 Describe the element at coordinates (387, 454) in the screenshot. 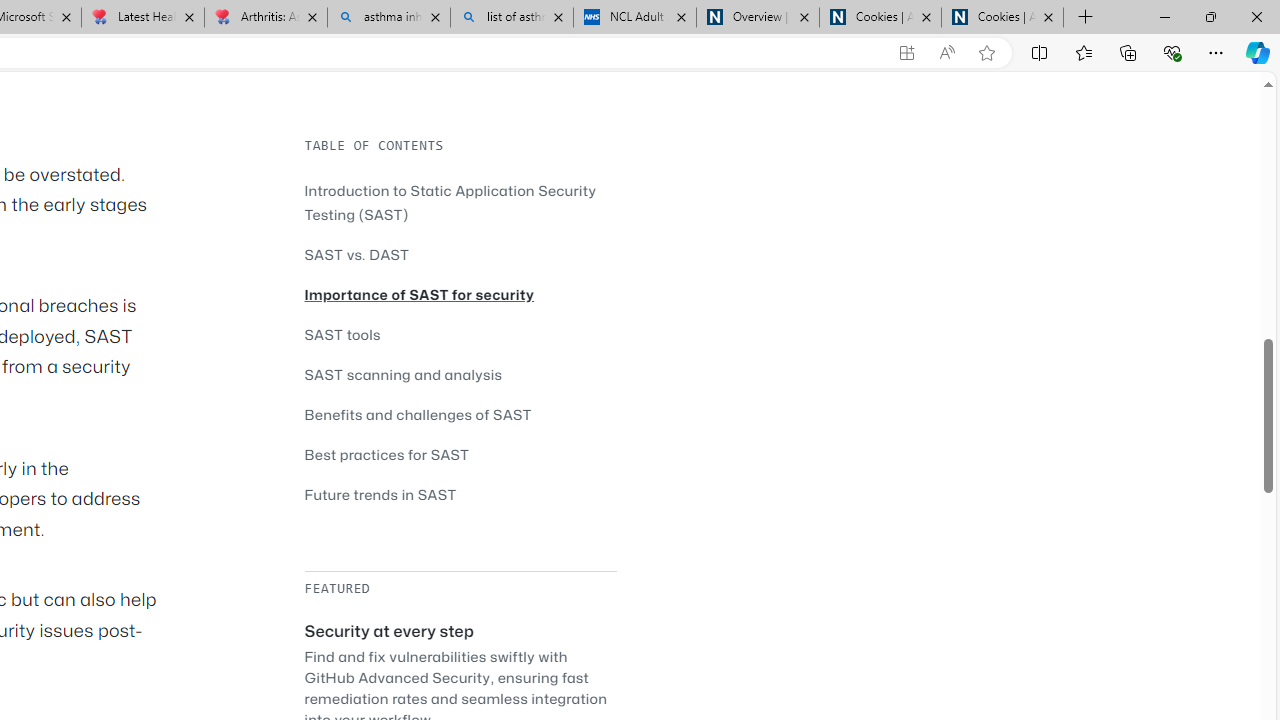

I see `'Best practices for SAST'` at that location.